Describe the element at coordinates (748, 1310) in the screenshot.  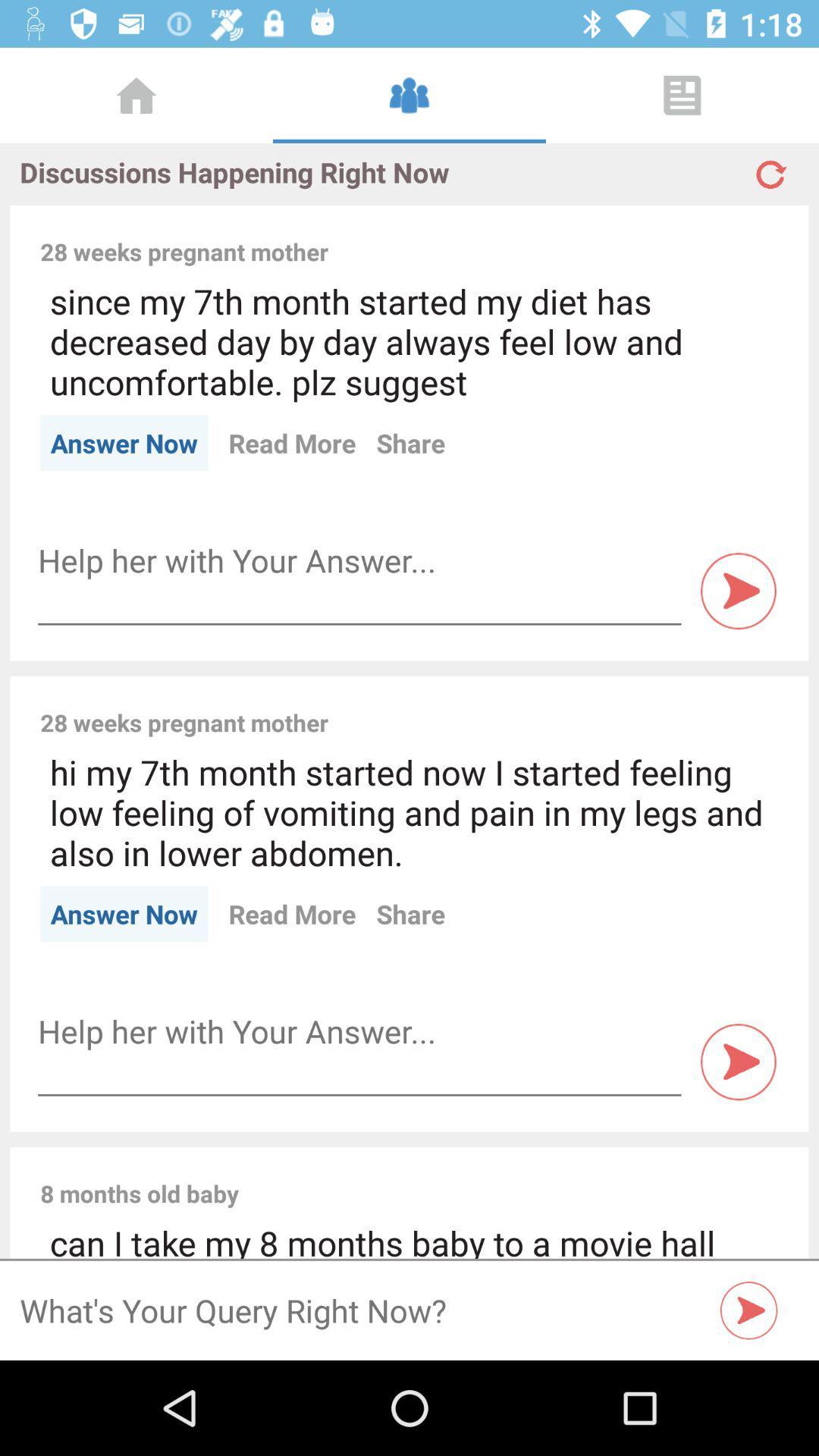
I see `next` at that location.